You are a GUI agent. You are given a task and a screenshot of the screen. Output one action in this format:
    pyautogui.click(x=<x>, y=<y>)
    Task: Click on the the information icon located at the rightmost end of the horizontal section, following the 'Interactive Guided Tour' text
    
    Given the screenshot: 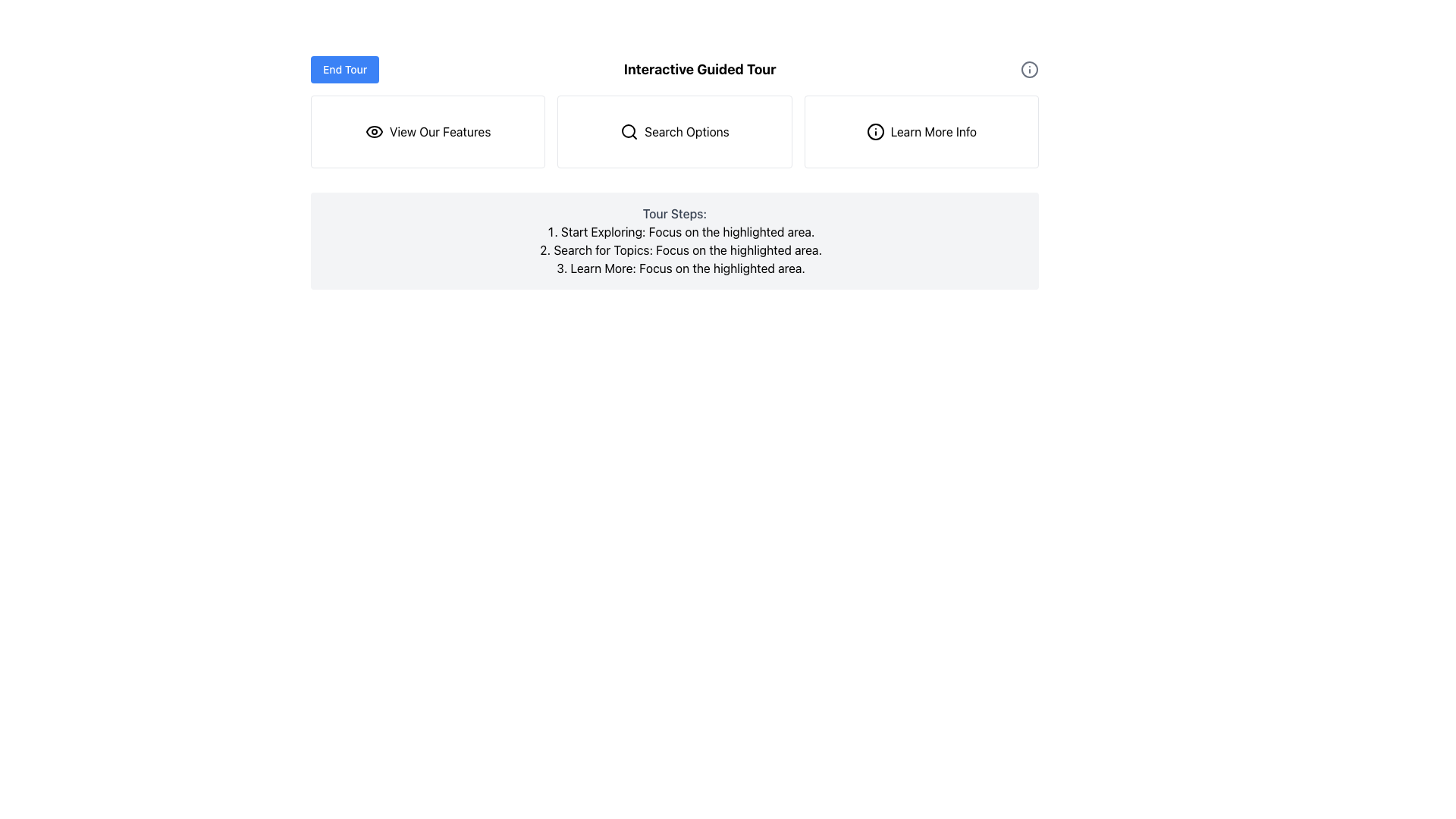 What is the action you would take?
    pyautogui.click(x=1030, y=70)
    